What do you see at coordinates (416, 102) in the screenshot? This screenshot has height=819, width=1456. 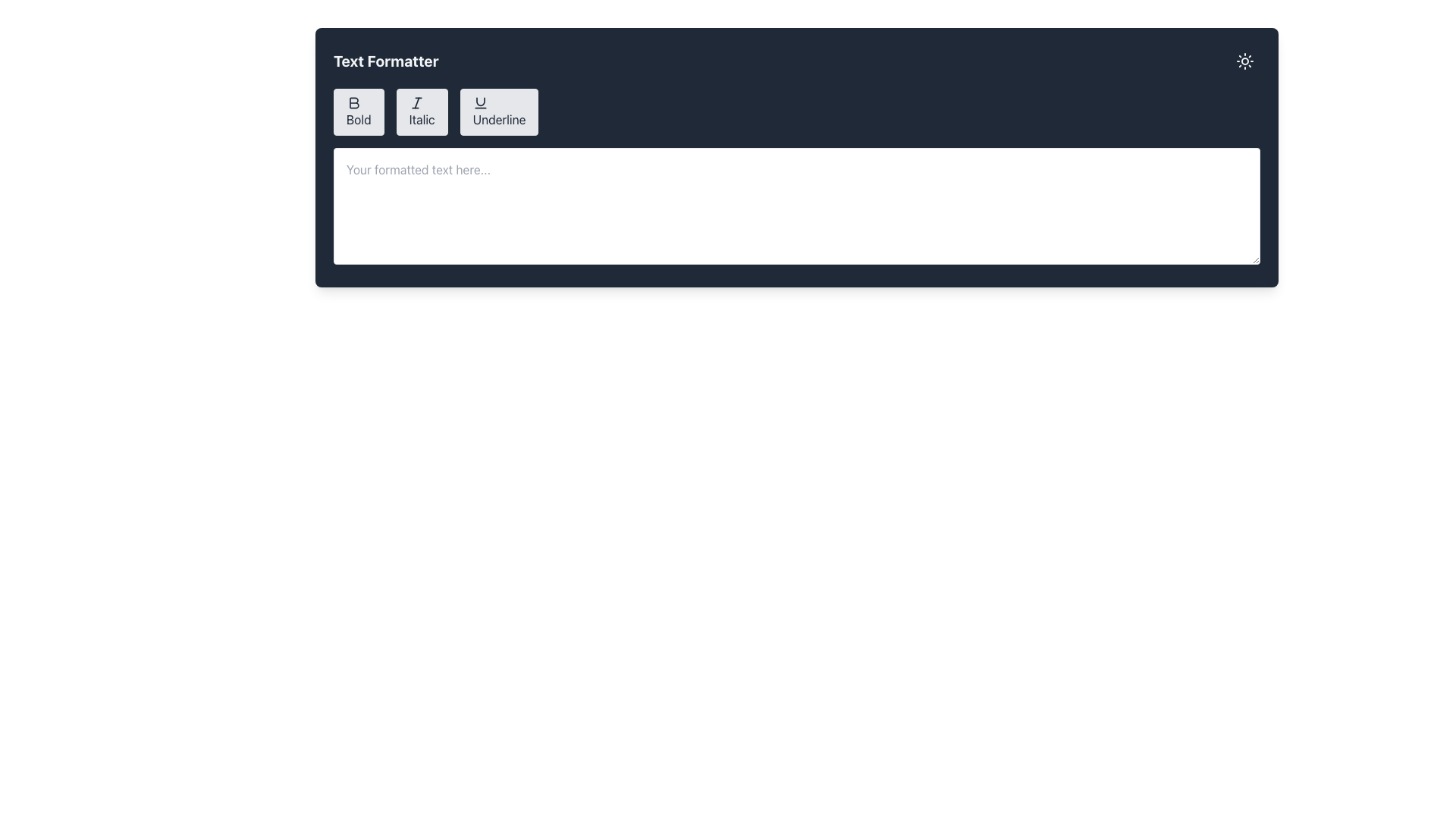 I see `the italic formatting icon located in the second button of the text formatter toolbar` at bounding box center [416, 102].